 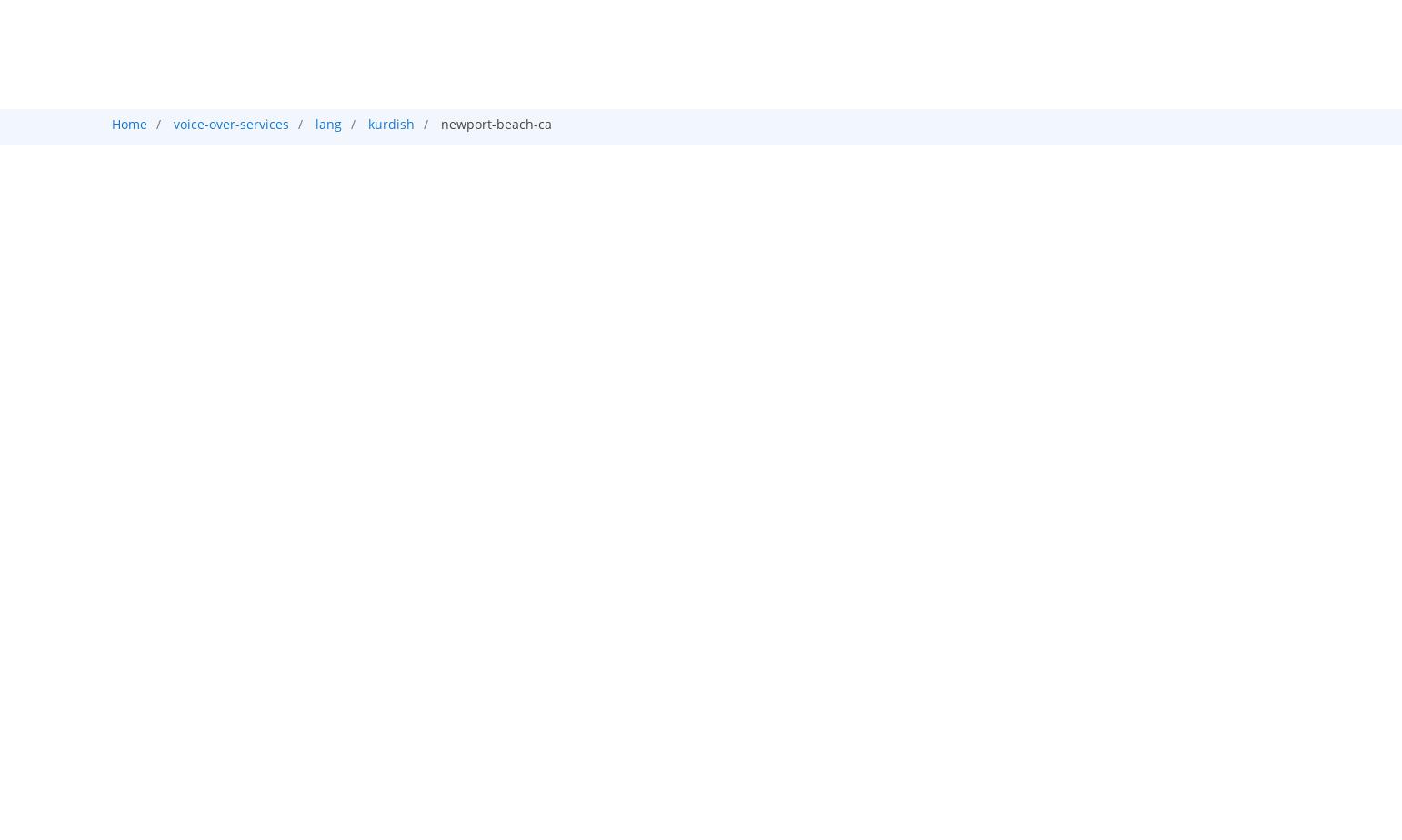 I want to click on 'We ensure that the clients get maximum satisfaction from our output; this is our trademark. Subscribe our services that provides outstanding voices for   Male, kids, English, cartoon, animation  and female.', so click(x=686, y=606).